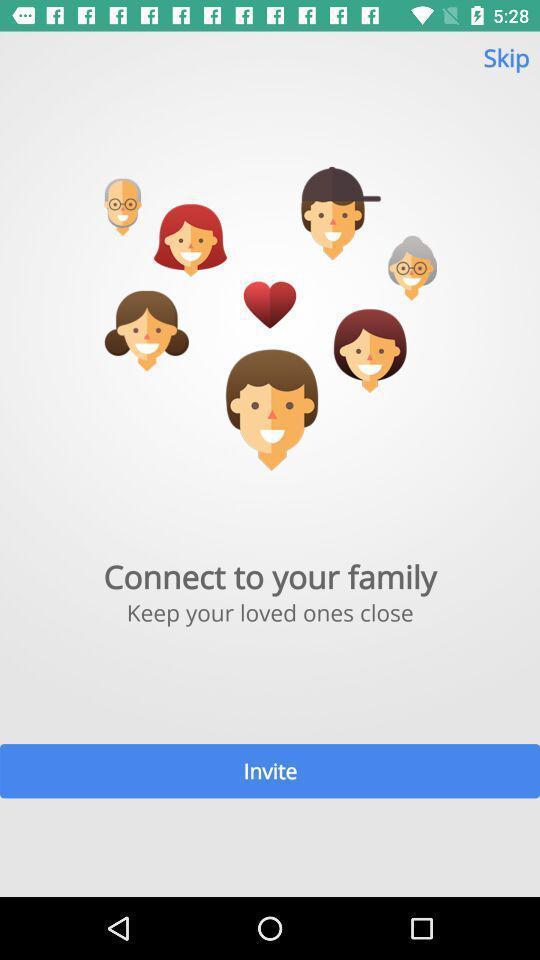 The height and width of the screenshot is (960, 540). I want to click on the skip item, so click(505, 66).